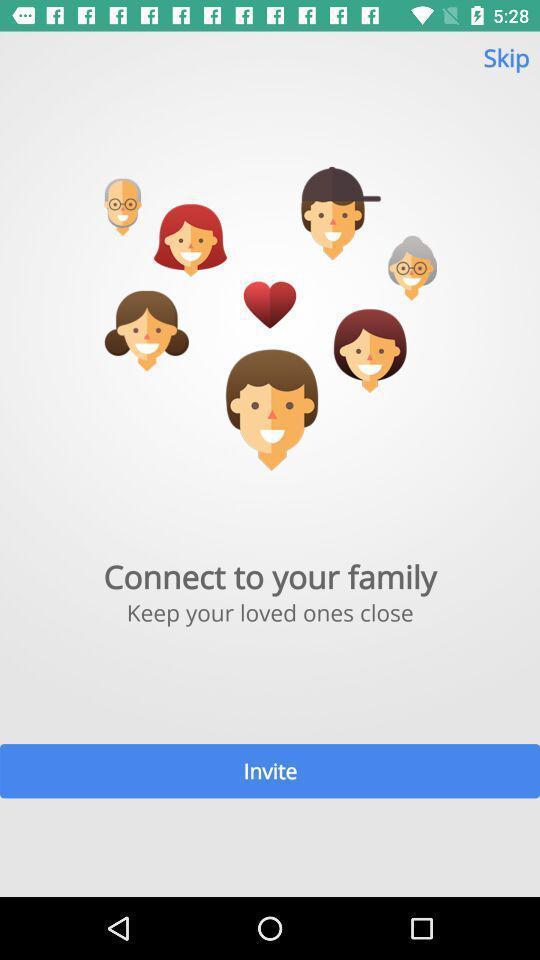 The height and width of the screenshot is (960, 540). I want to click on the skip item, so click(505, 66).